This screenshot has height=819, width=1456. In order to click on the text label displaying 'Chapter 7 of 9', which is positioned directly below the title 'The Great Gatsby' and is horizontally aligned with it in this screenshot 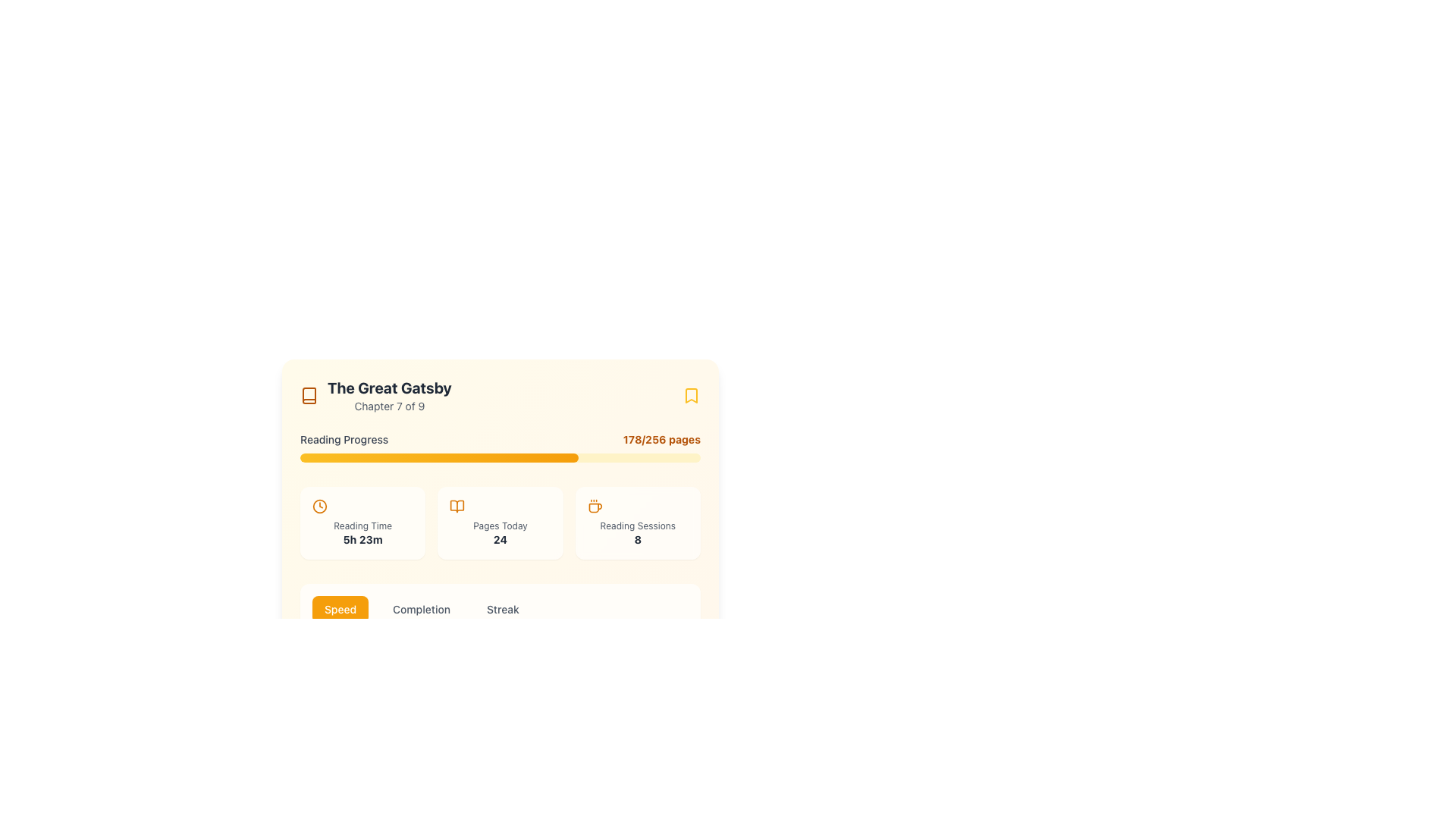, I will do `click(389, 406)`.